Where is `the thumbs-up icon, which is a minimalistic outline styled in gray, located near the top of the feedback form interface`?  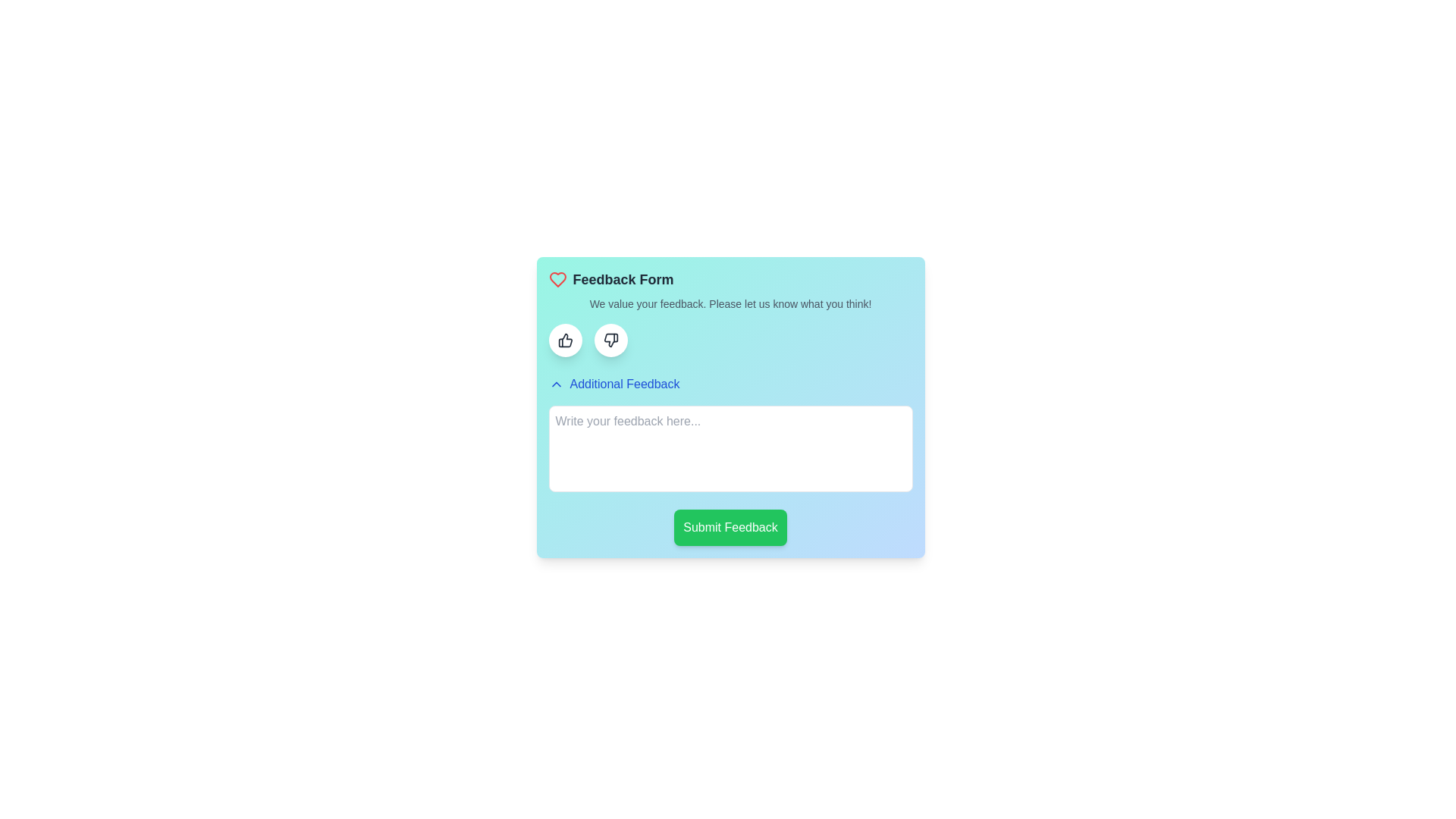 the thumbs-up icon, which is a minimalistic outline styled in gray, located near the top of the feedback form interface is located at coordinates (563, 339).